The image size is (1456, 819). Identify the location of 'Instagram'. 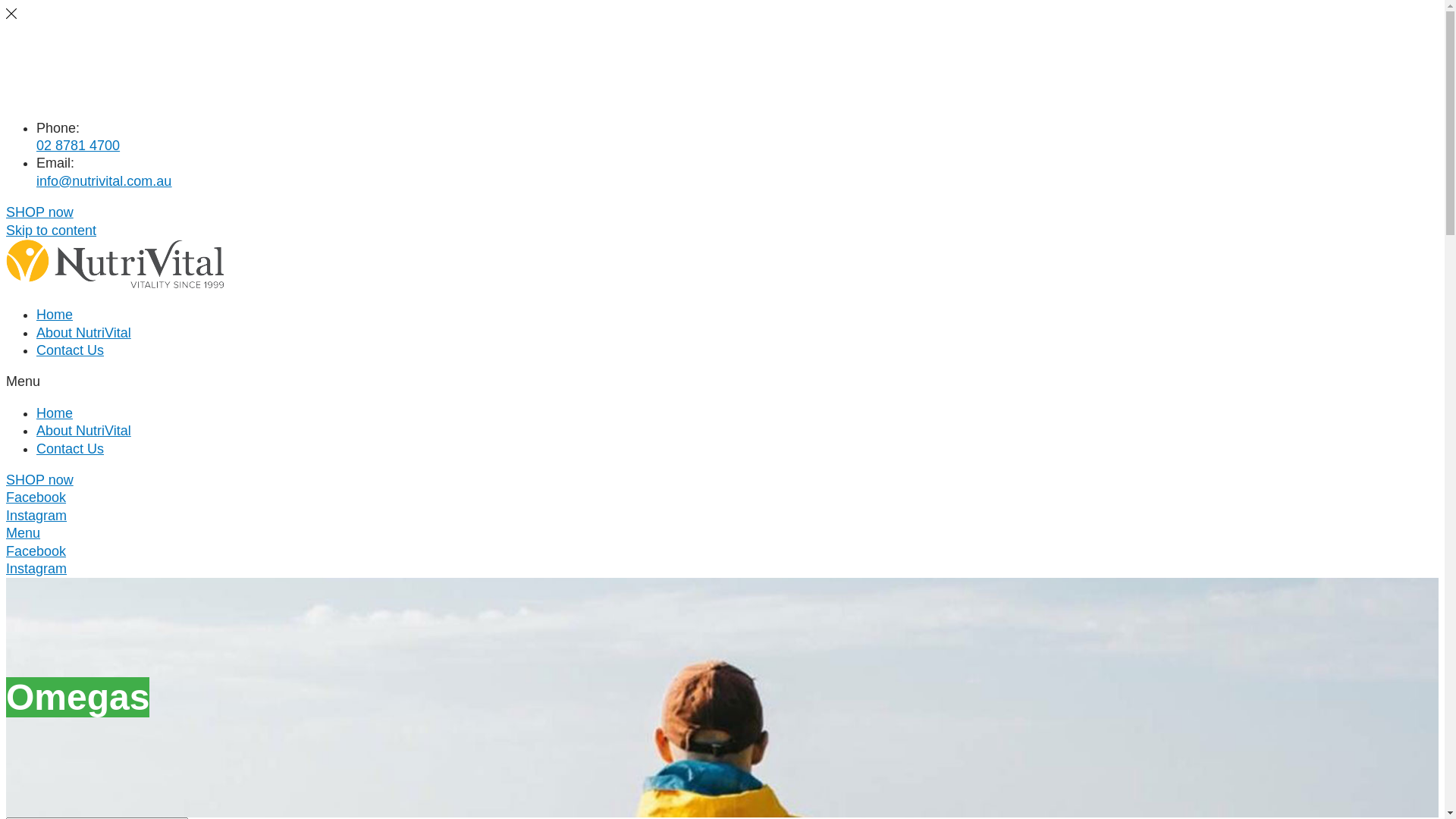
(36, 514).